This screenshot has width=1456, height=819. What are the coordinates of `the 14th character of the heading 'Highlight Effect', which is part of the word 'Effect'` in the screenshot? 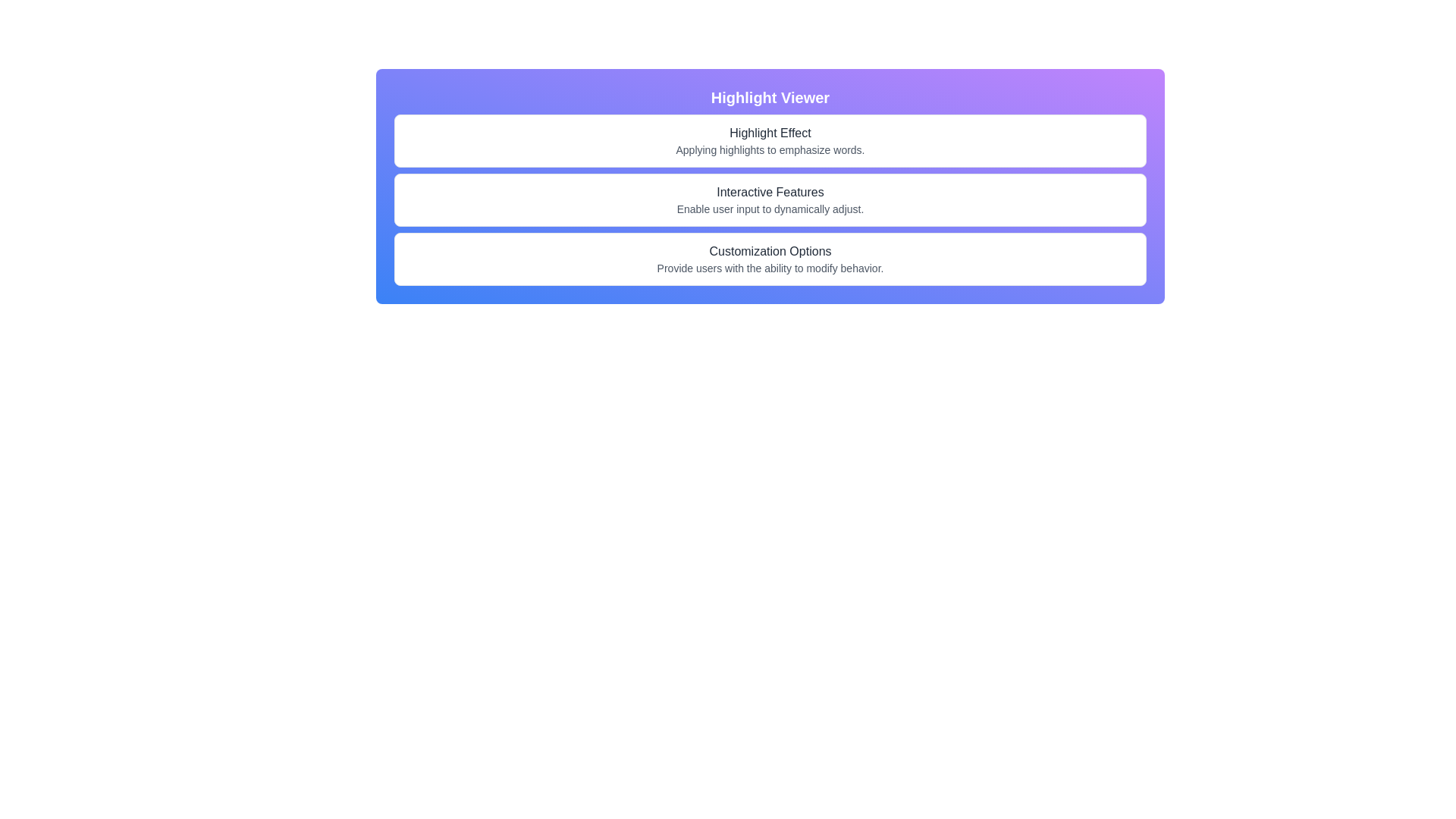 It's located at (797, 132).